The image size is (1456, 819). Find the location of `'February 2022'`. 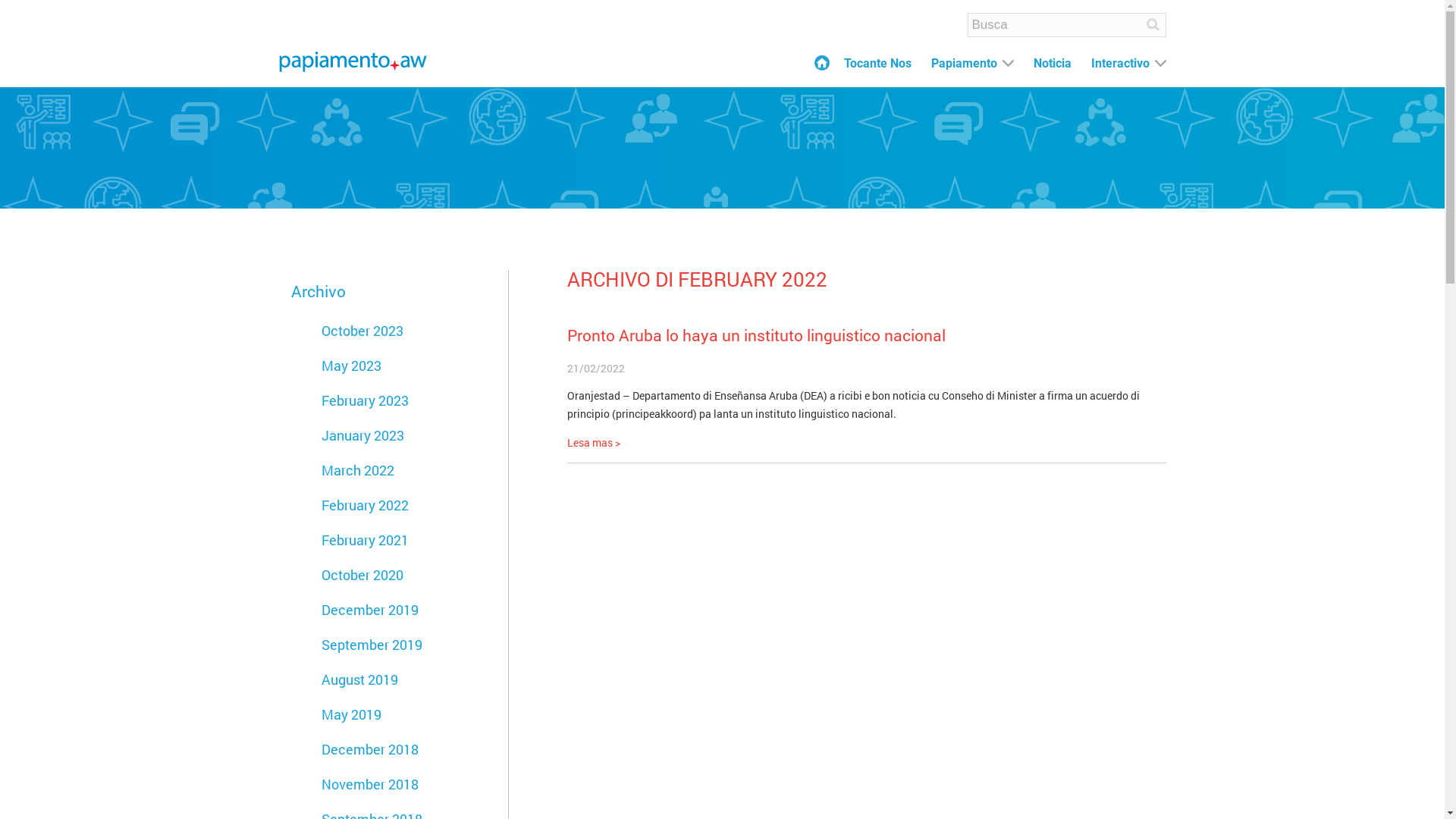

'February 2022' is located at coordinates (365, 505).